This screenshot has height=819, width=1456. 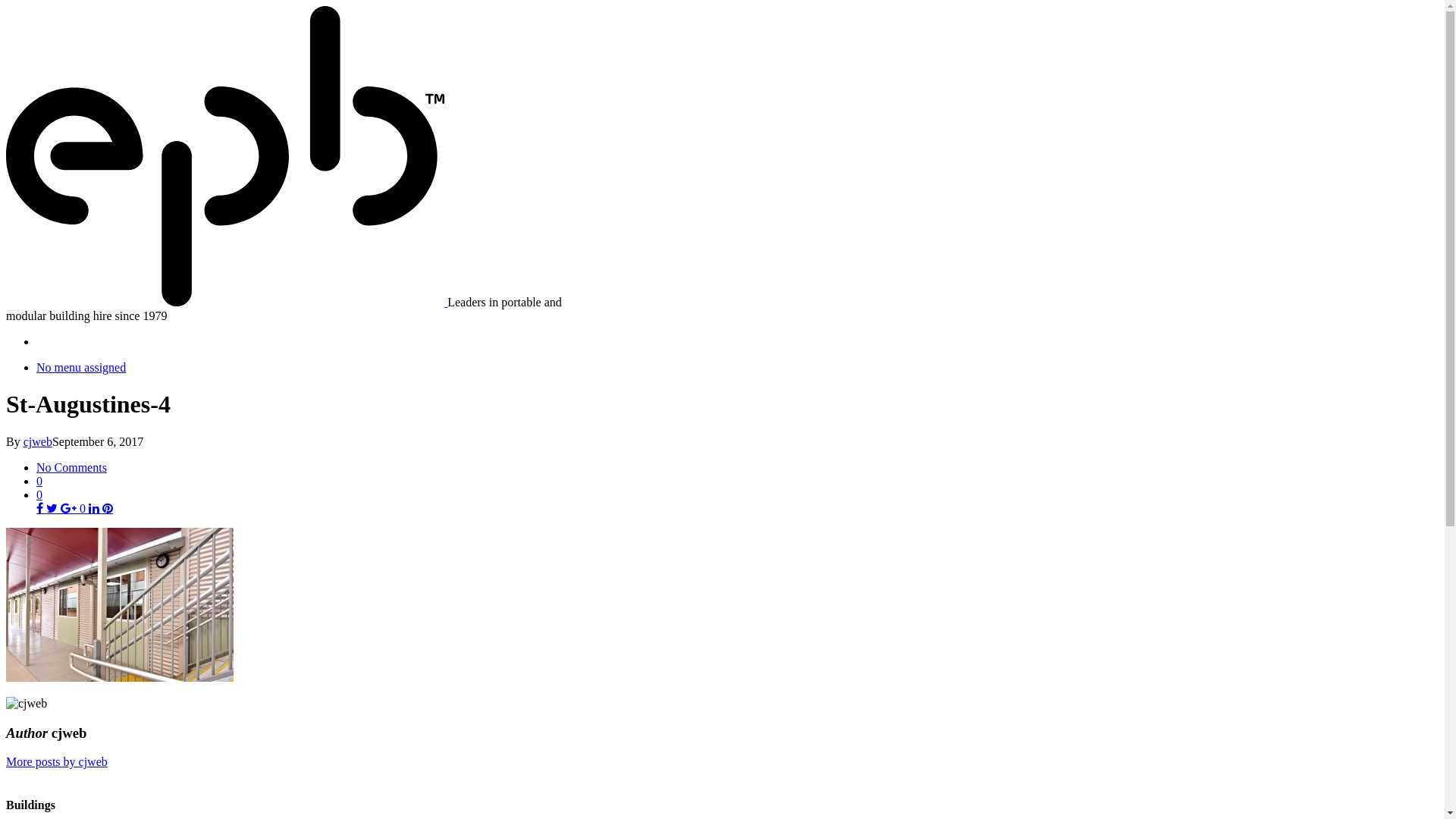 I want to click on 'Share this', so click(x=41, y=508).